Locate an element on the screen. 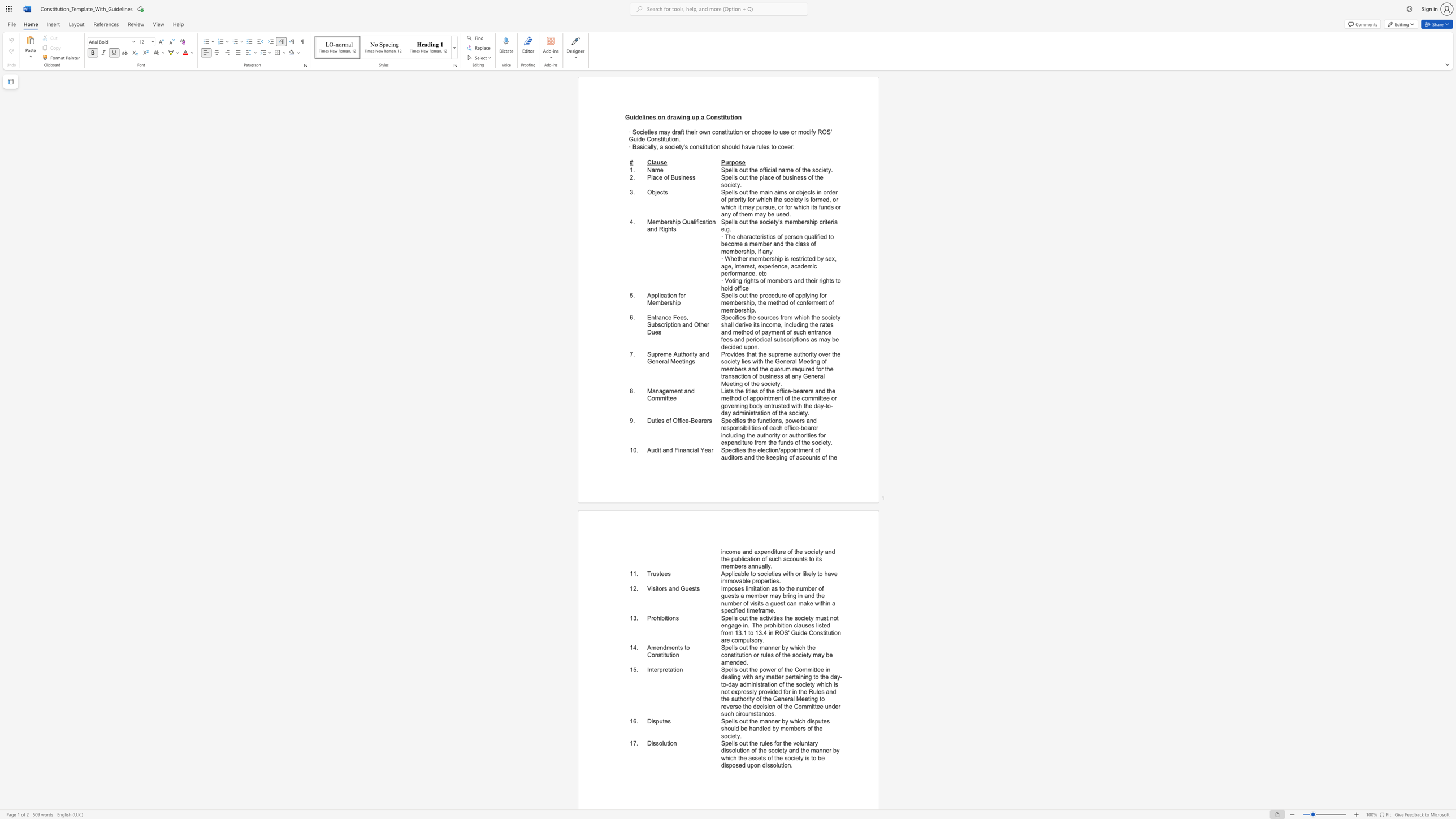 This screenshot has height=819, width=1456. the subset text "members and the quorum required for the transaction of business at any General Meeting of the so" within the text "Provides that the supreme authority over the society lies with the General Meeting of members and the quorum required for the transaction of business at any General Meeting of the society." is located at coordinates (721, 369).